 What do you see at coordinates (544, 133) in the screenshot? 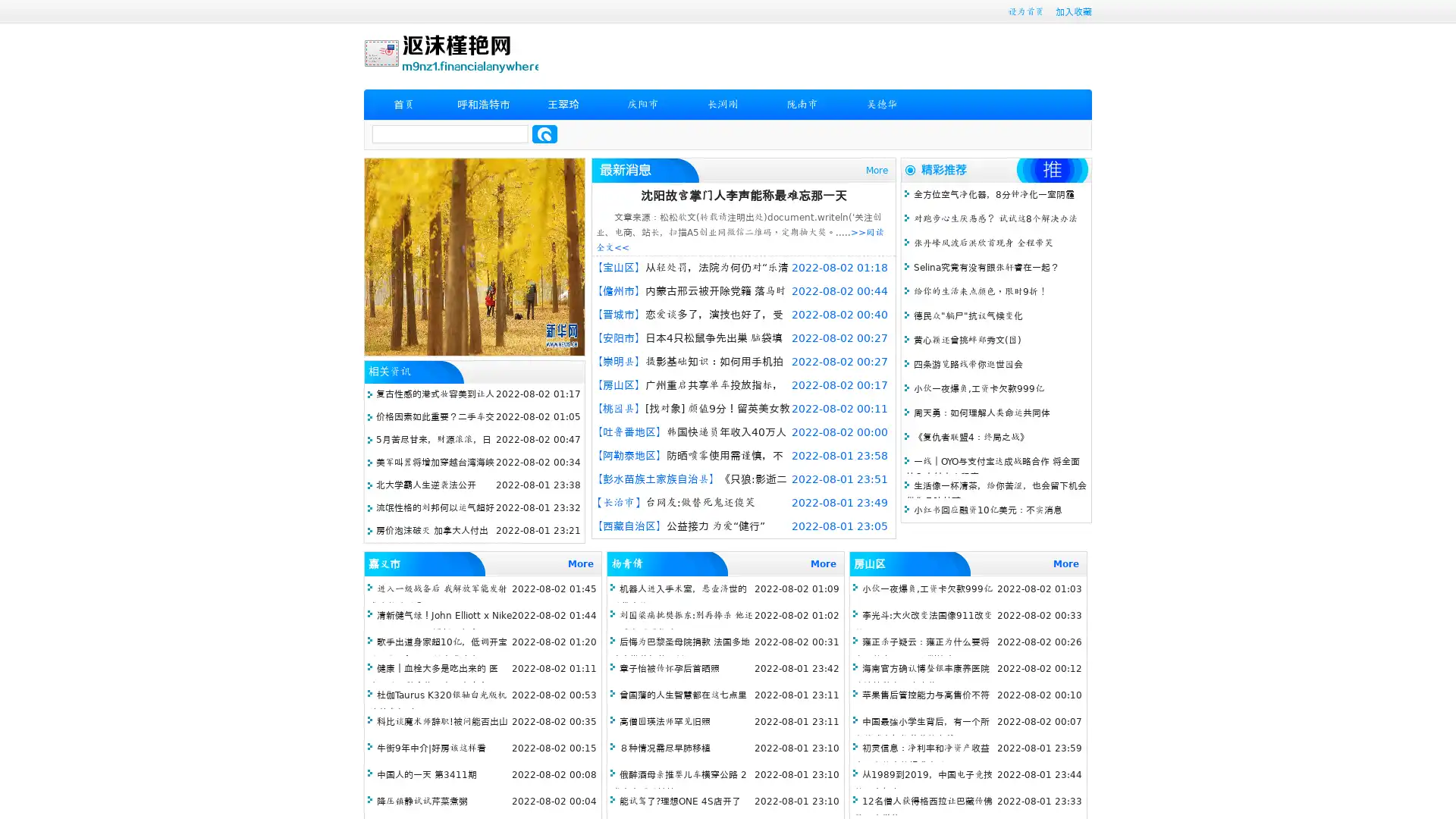
I see `Search` at bounding box center [544, 133].